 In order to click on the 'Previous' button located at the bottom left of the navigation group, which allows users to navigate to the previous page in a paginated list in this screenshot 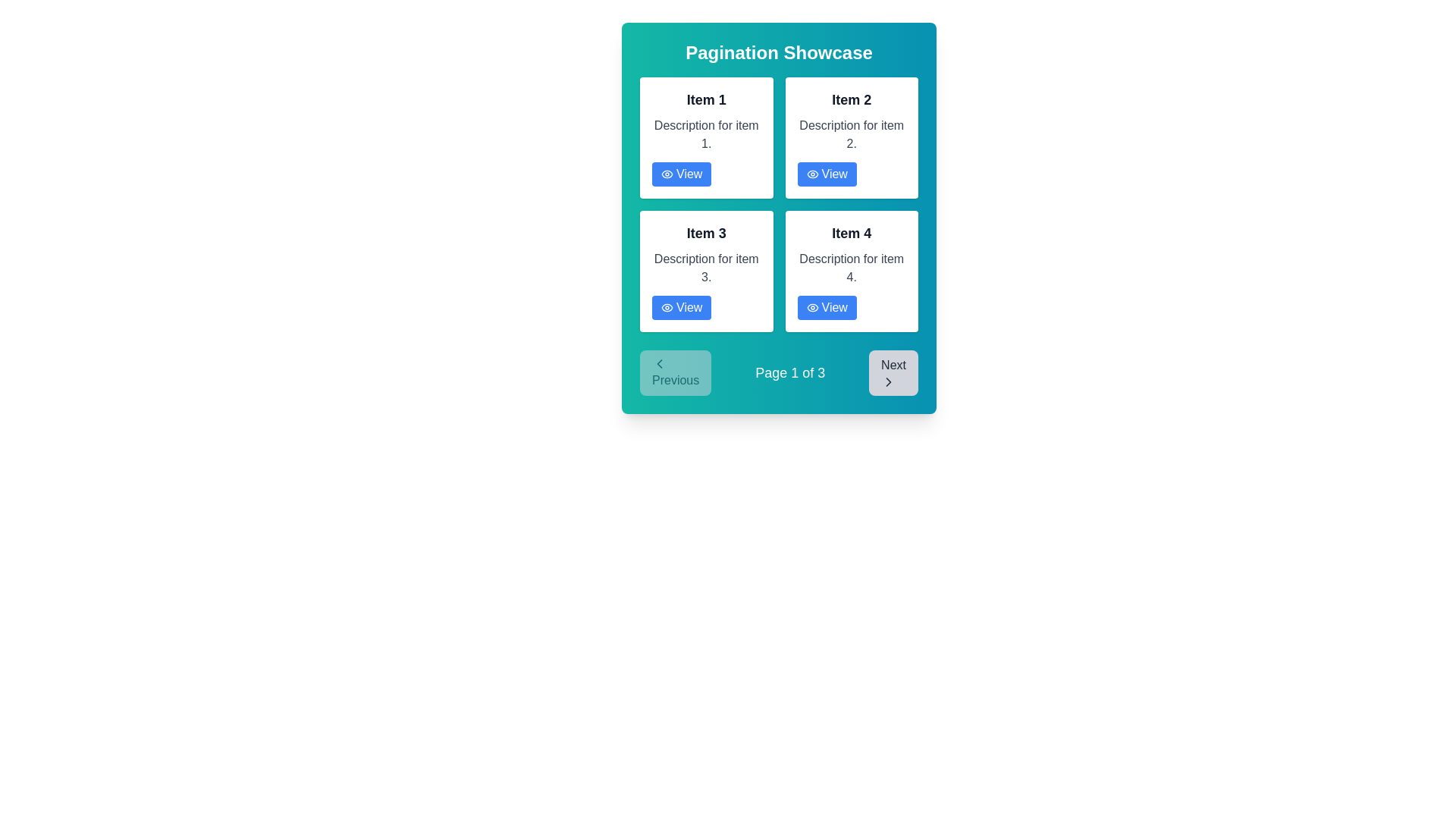, I will do `click(675, 373)`.